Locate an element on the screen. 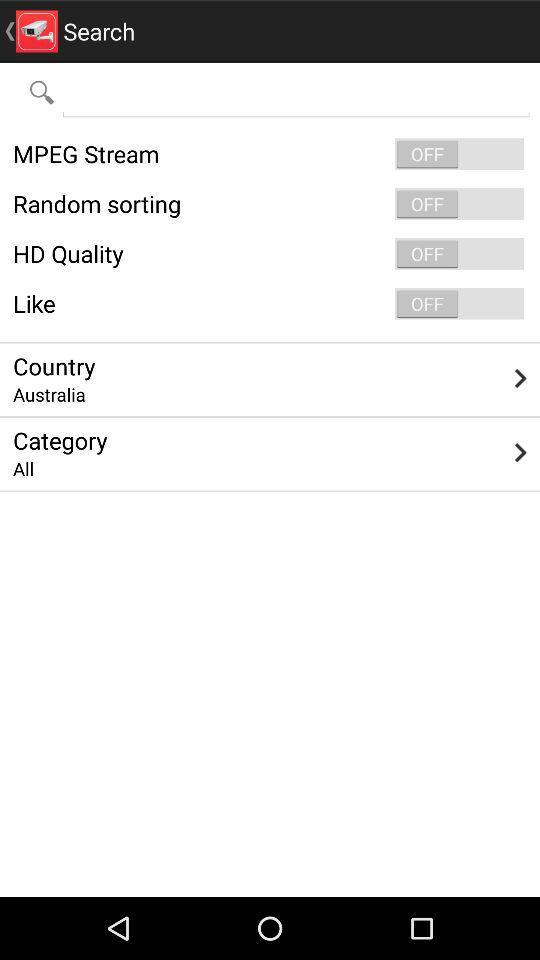  the random sorting icon is located at coordinates (270, 204).